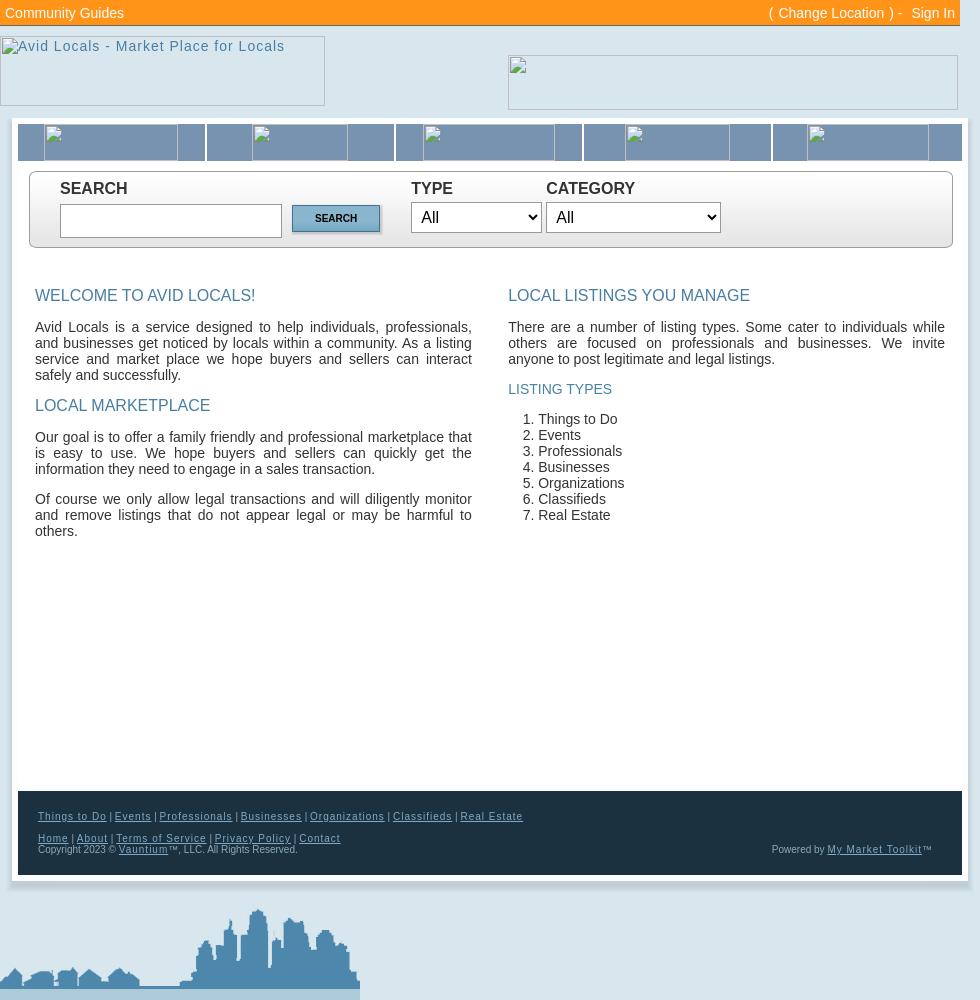 This screenshot has height=1000, width=980. I want to click on 'Home', so click(53, 837).